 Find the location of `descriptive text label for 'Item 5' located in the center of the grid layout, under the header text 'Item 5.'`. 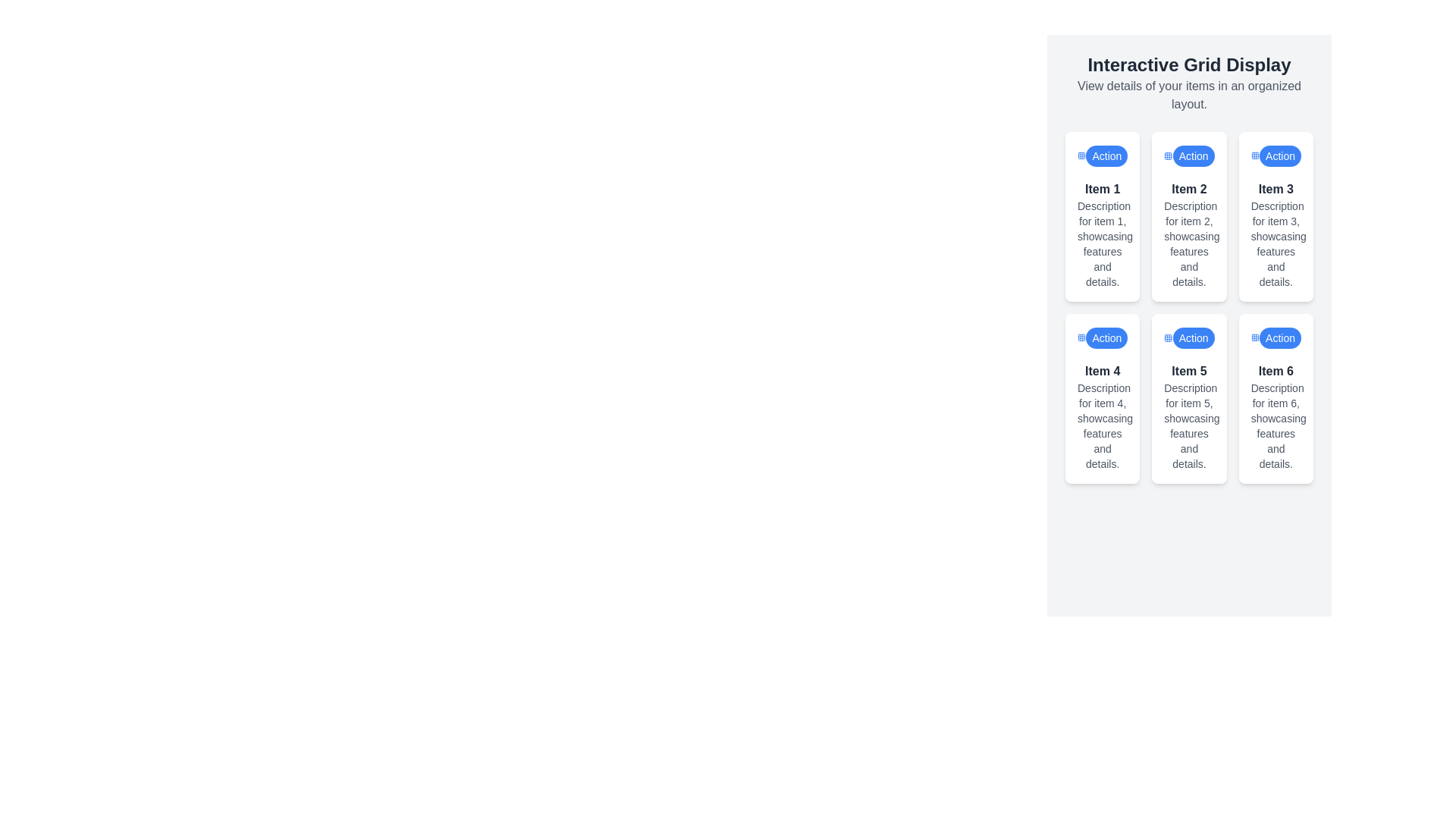

descriptive text label for 'Item 5' located in the center of the grid layout, under the header text 'Item 5.' is located at coordinates (1188, 426).